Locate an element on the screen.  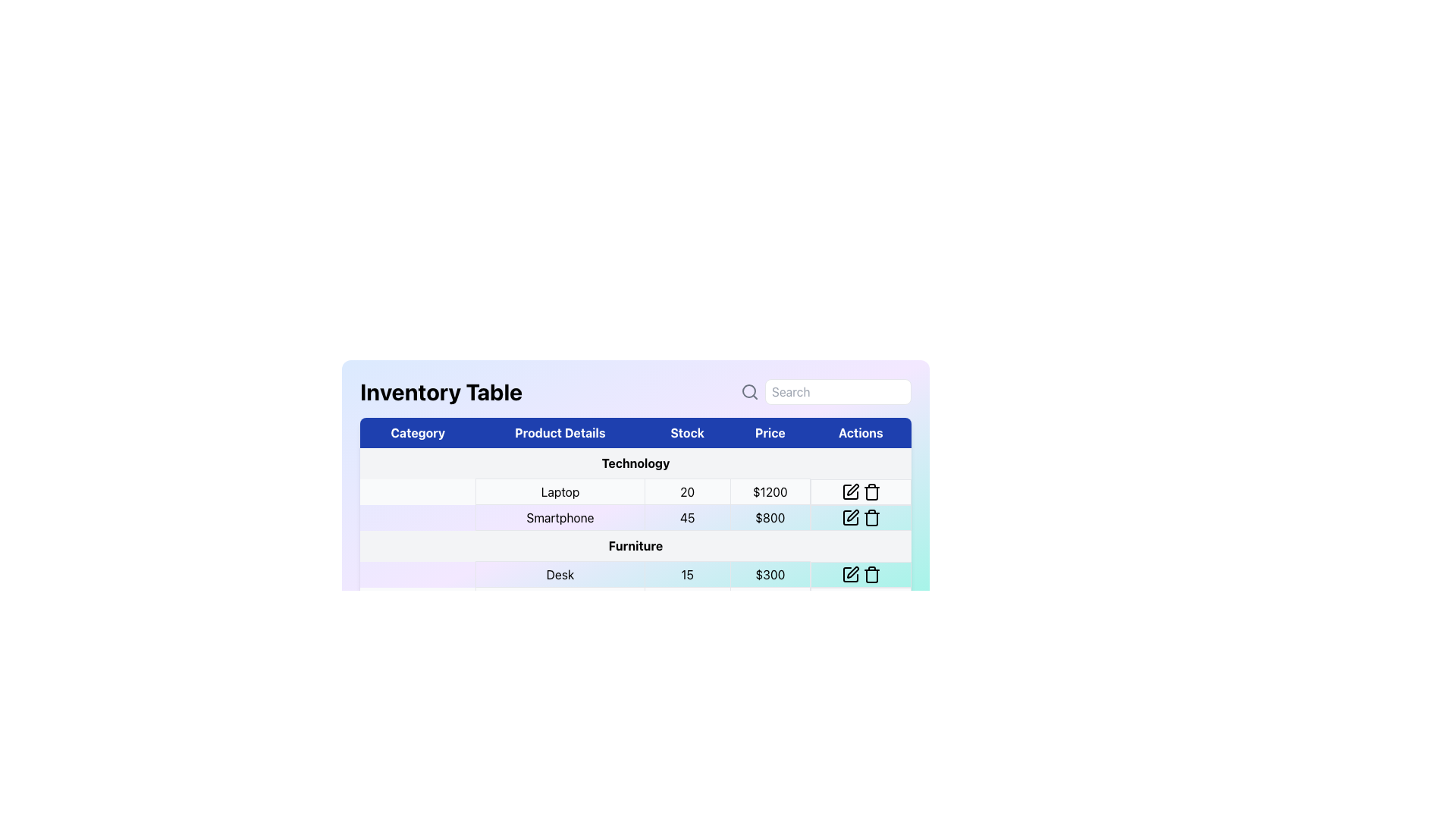
the square icon with a pen symbol in the 'Actions' column, second row of the table for the 'Smartphone' entry is located at coordinates (850, 516).